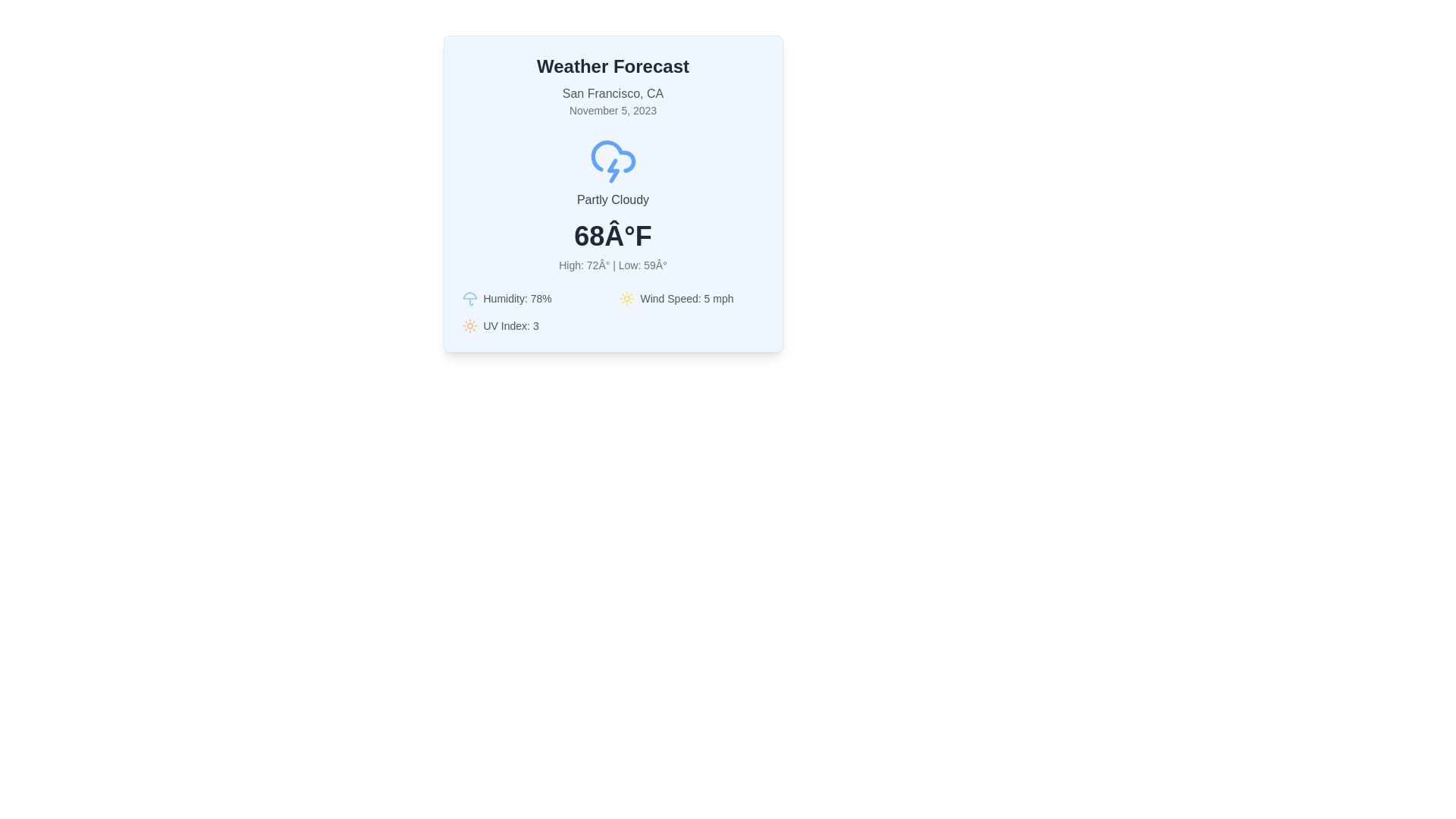 This screenshot has height=819, width=1456. I want to click on the umbrella icon, which is a blue outline-style drawing located in the bottom-left quadrant of the card, adjacent to the text 'Humidity: 78%.', so click(469, 298).